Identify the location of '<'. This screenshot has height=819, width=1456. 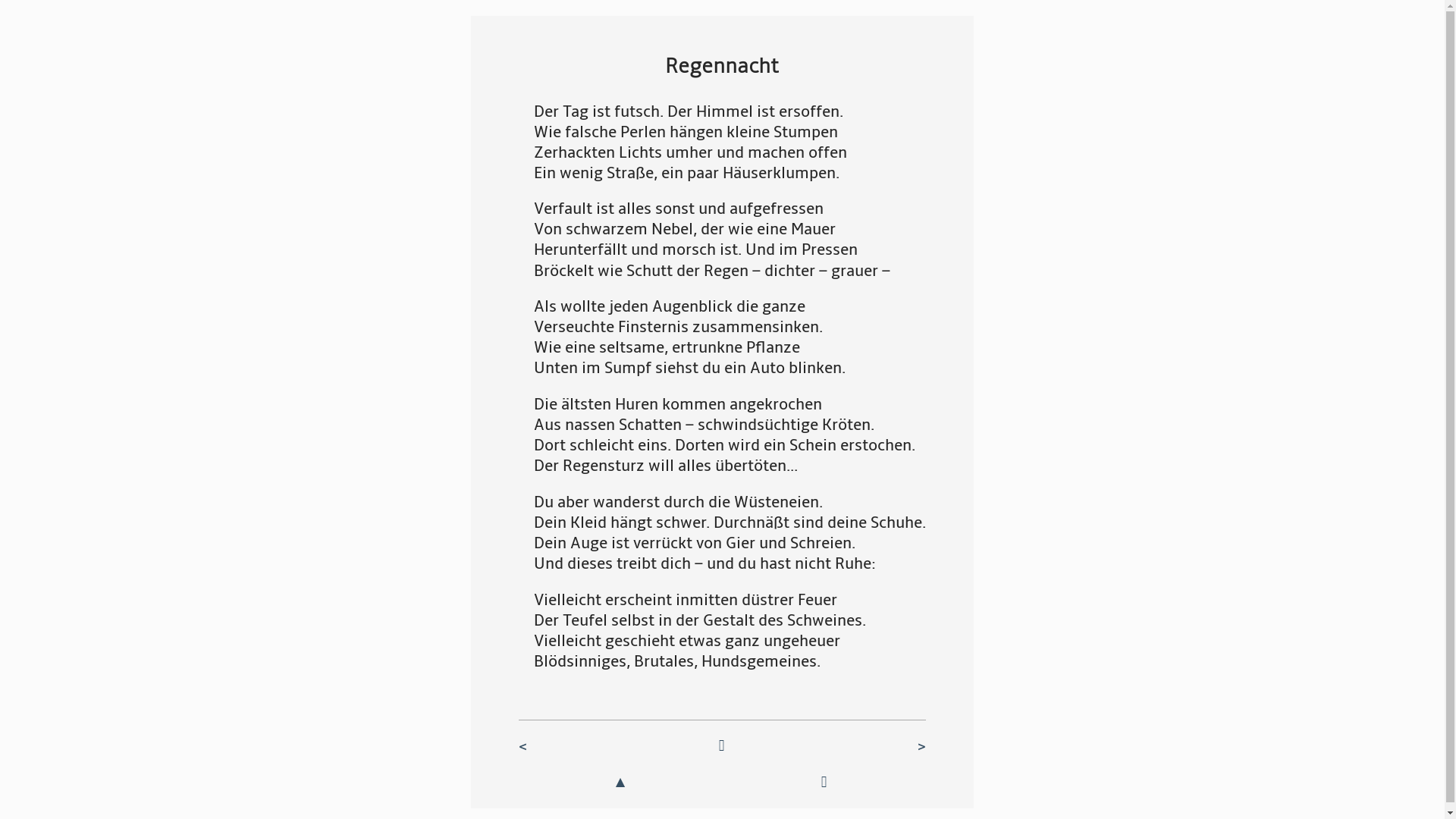
(538, 745).